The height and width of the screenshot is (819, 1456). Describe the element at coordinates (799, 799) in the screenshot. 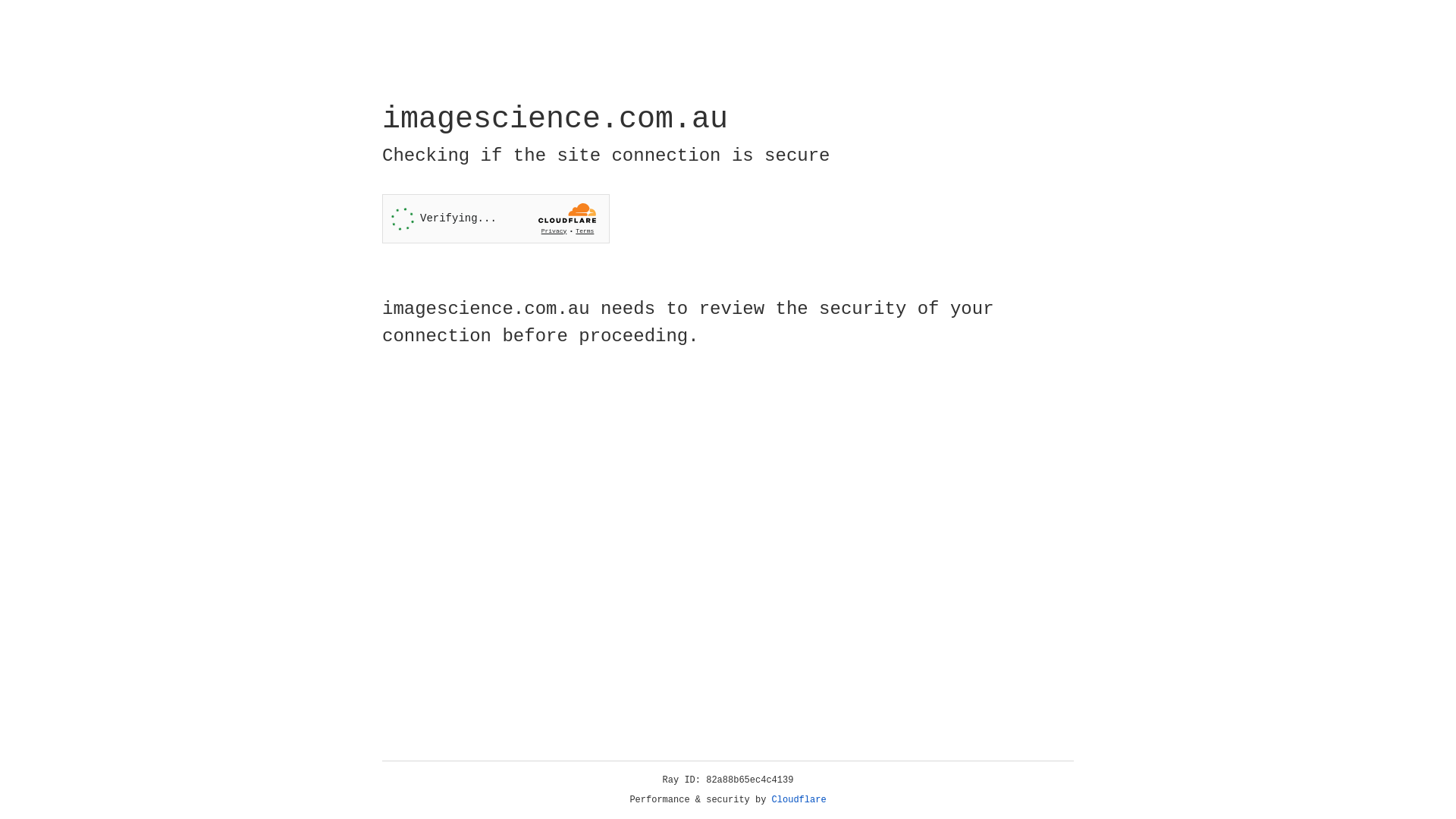

I see `'Cloudflare'` at that location.